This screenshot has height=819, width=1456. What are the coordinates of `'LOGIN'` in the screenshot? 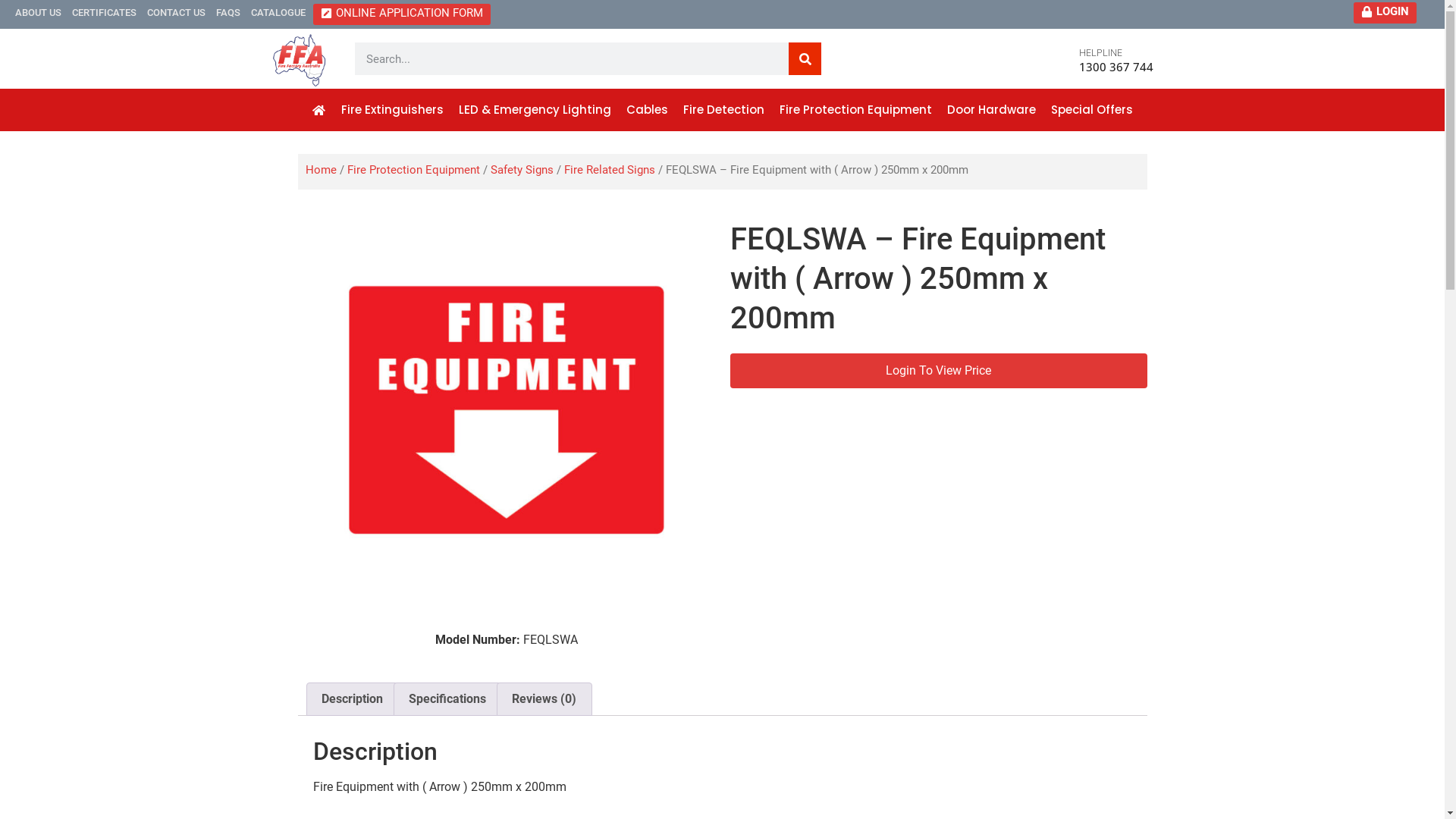 It's located at (1385, 11).